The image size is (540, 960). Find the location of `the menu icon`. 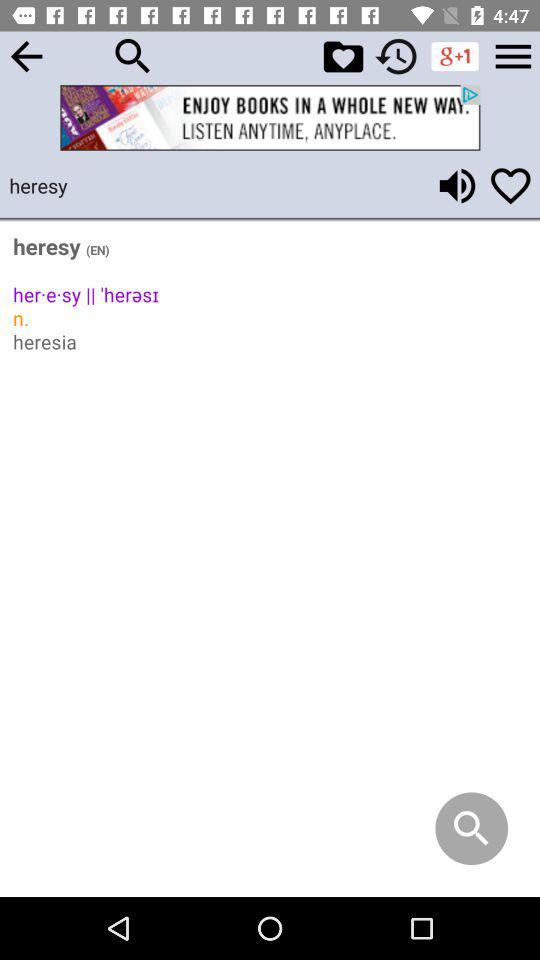

the menu icon is located at coordinates (513, 55).